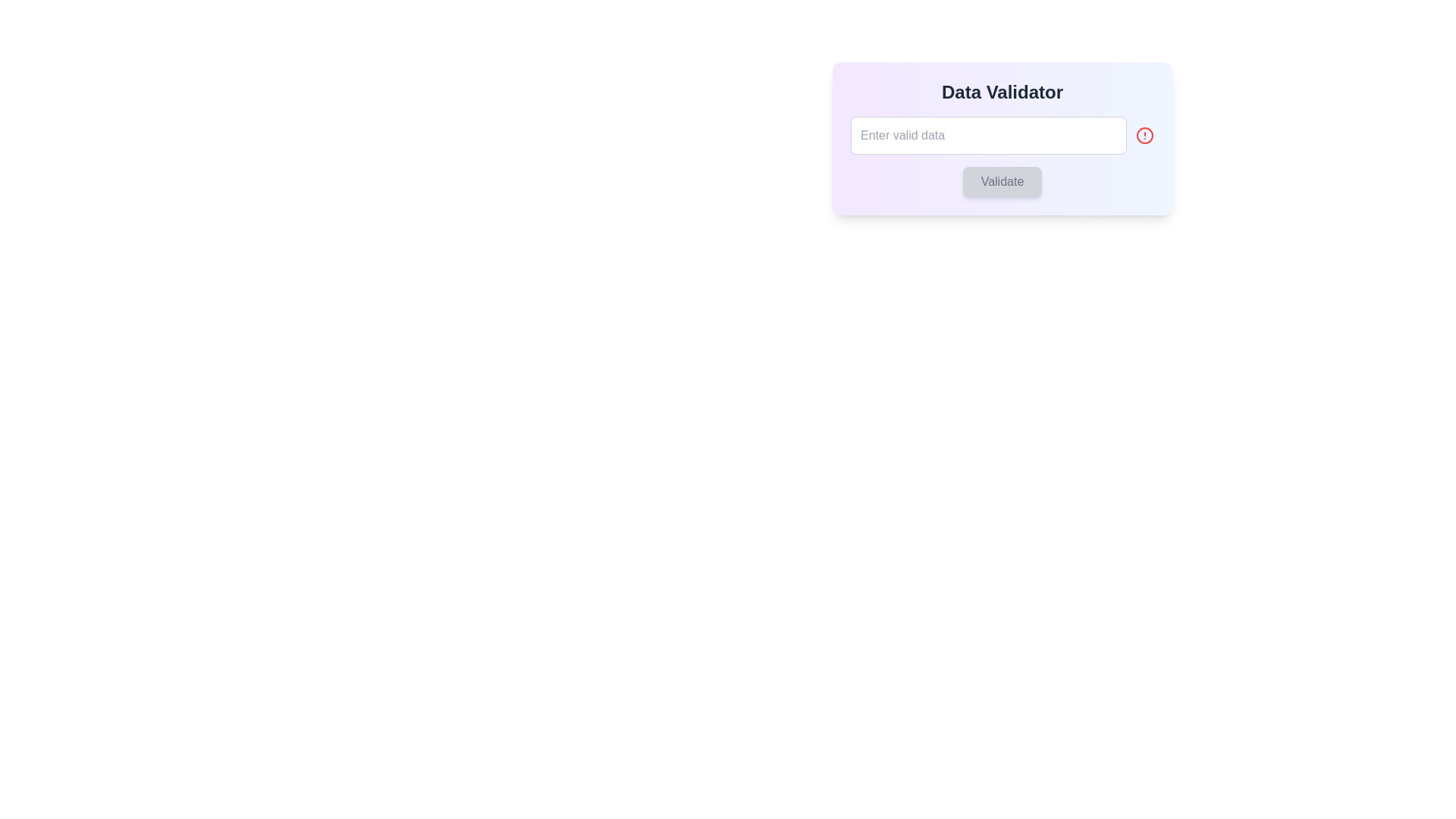 Image resolution: width=1456 pixels, height=819 pixels. I want to click on the 'Validate' button with a gray background and rounded corners, located in the lower portion of the 'Data Validator' card, so click(1002, 180).